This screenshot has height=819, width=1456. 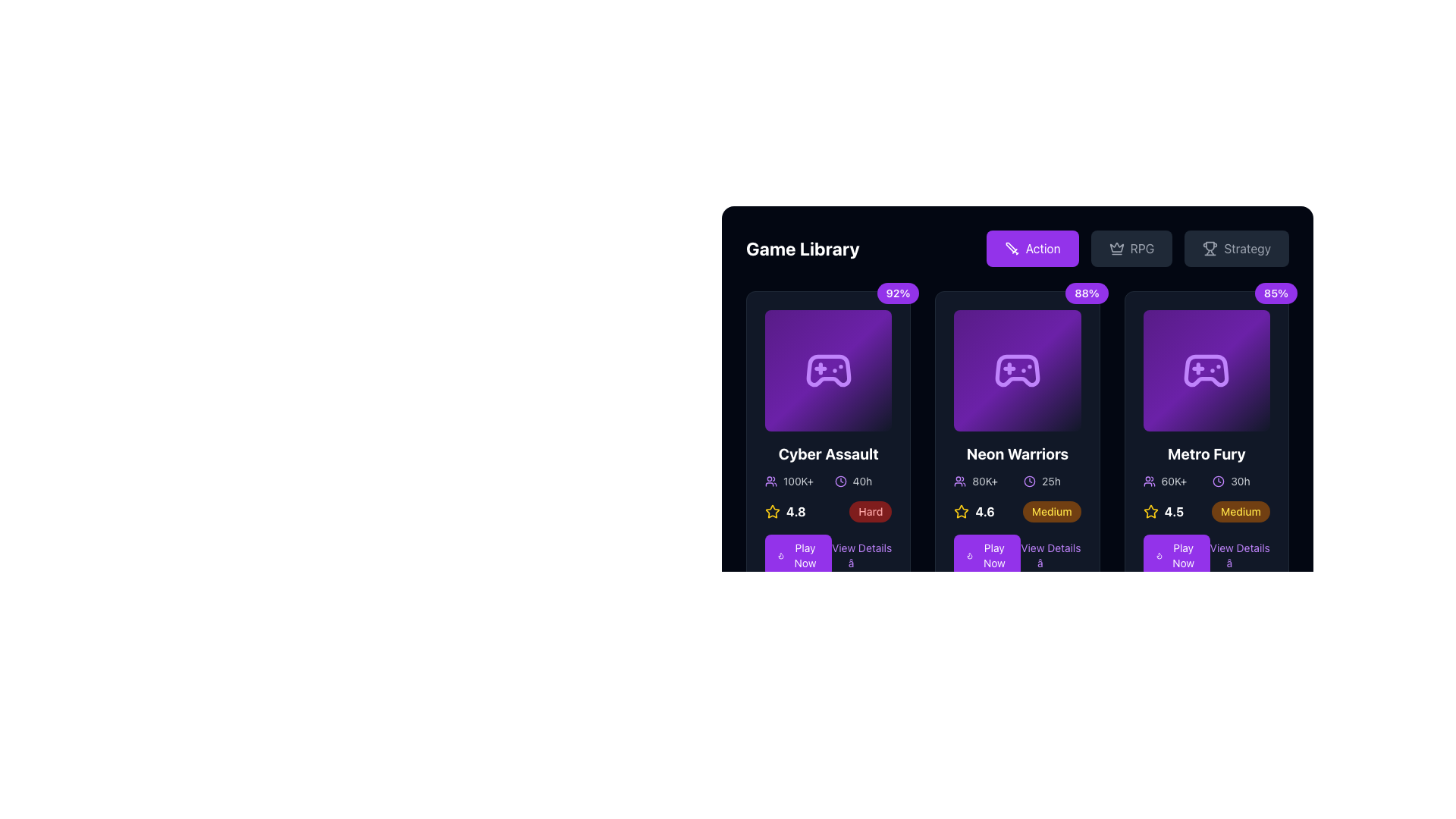 I want to click on text '25h' visually, which is displayed in light gray font next to a purple clock icon within the 'Neon Warriors' card, so click(x=1051, y=482).